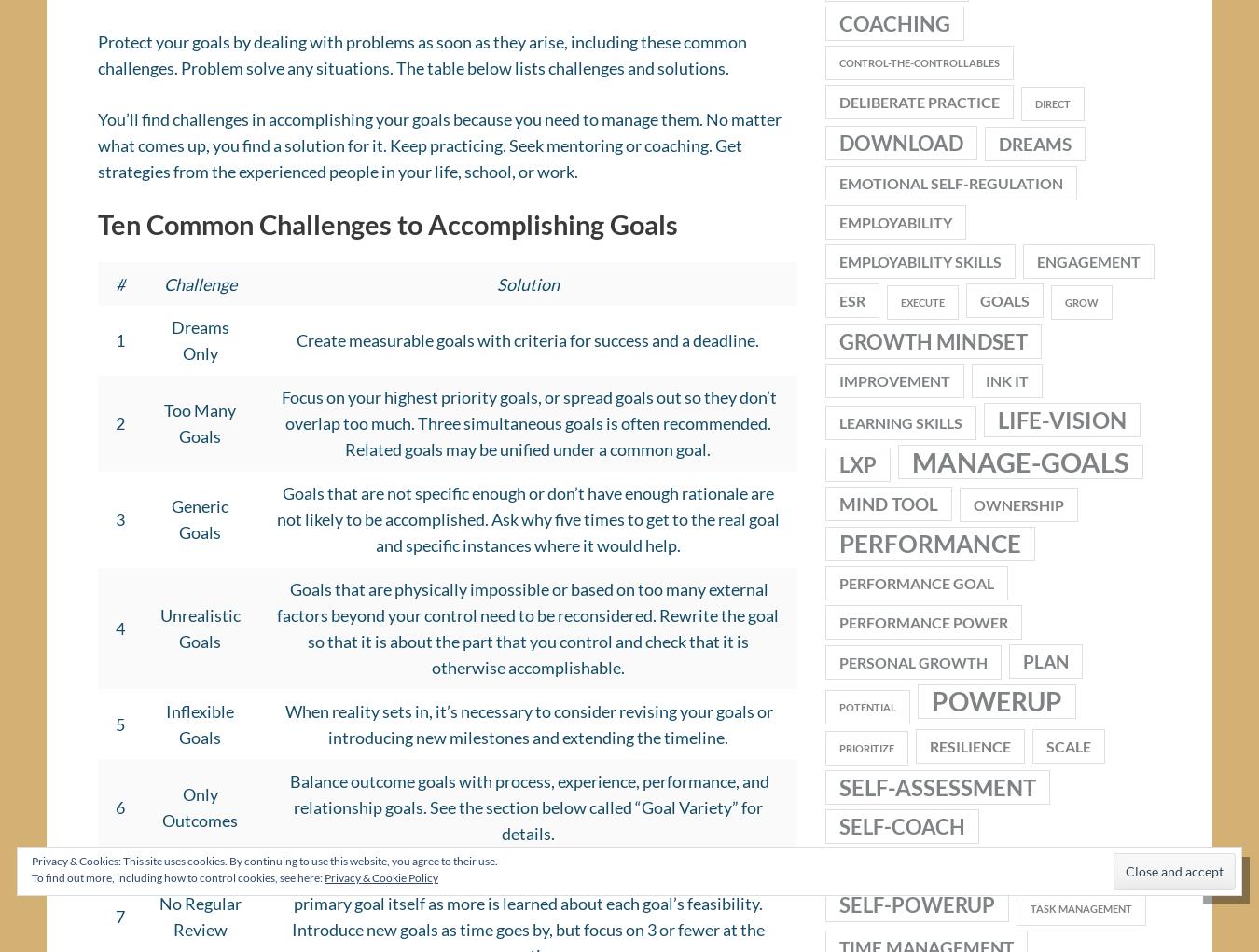  What do you see at coordinates (912, 668) in the screenshot?
I see `'personal growth'` at bounding box center [912, 668].